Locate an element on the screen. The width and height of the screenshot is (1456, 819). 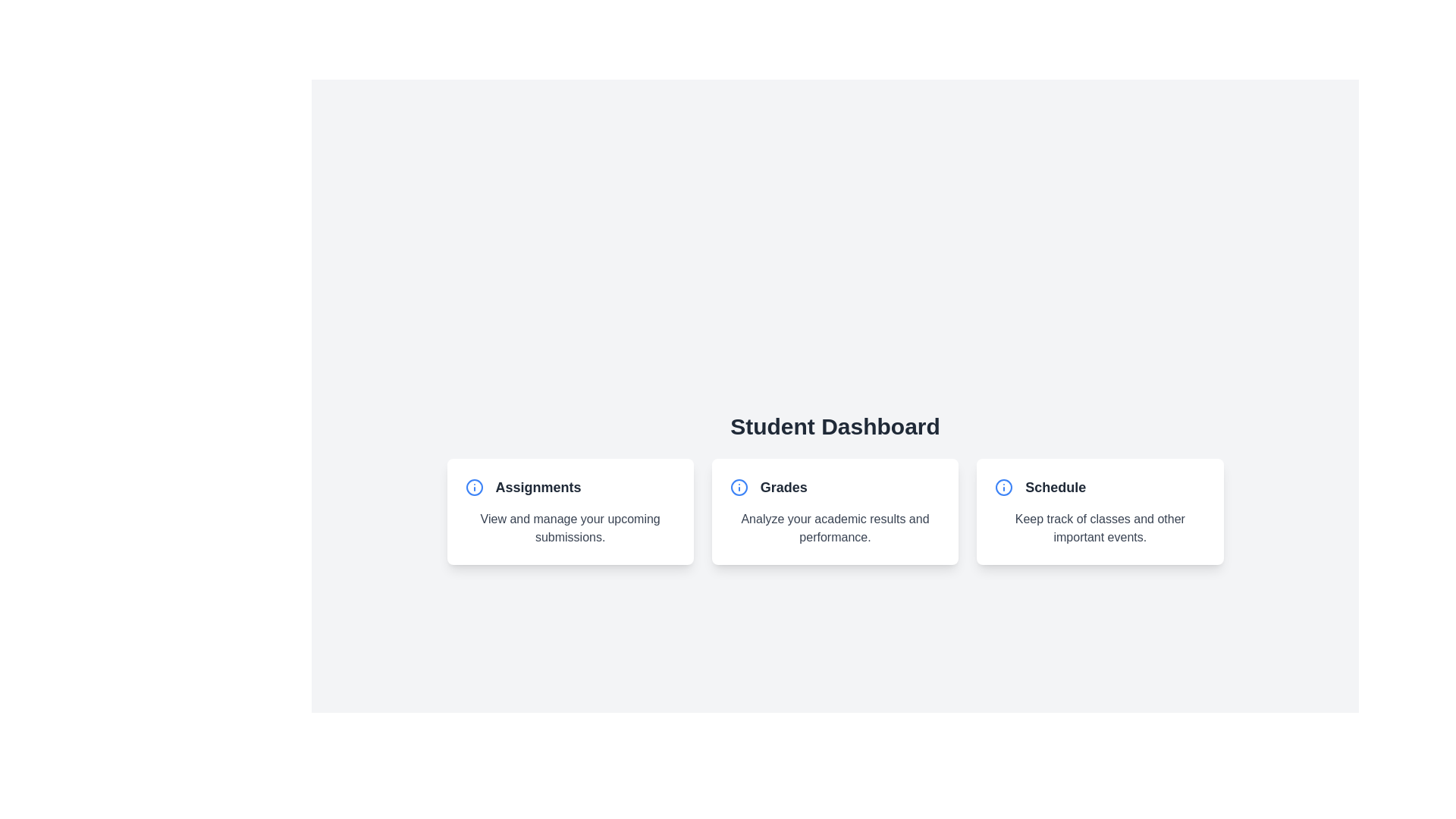
the 'Grades' text label, which is a bold, dark-gray font displayed centrally within the second card from the left in a row of three cards, located under the 'Student Dashboard' header is located at coordinates (783, 488).